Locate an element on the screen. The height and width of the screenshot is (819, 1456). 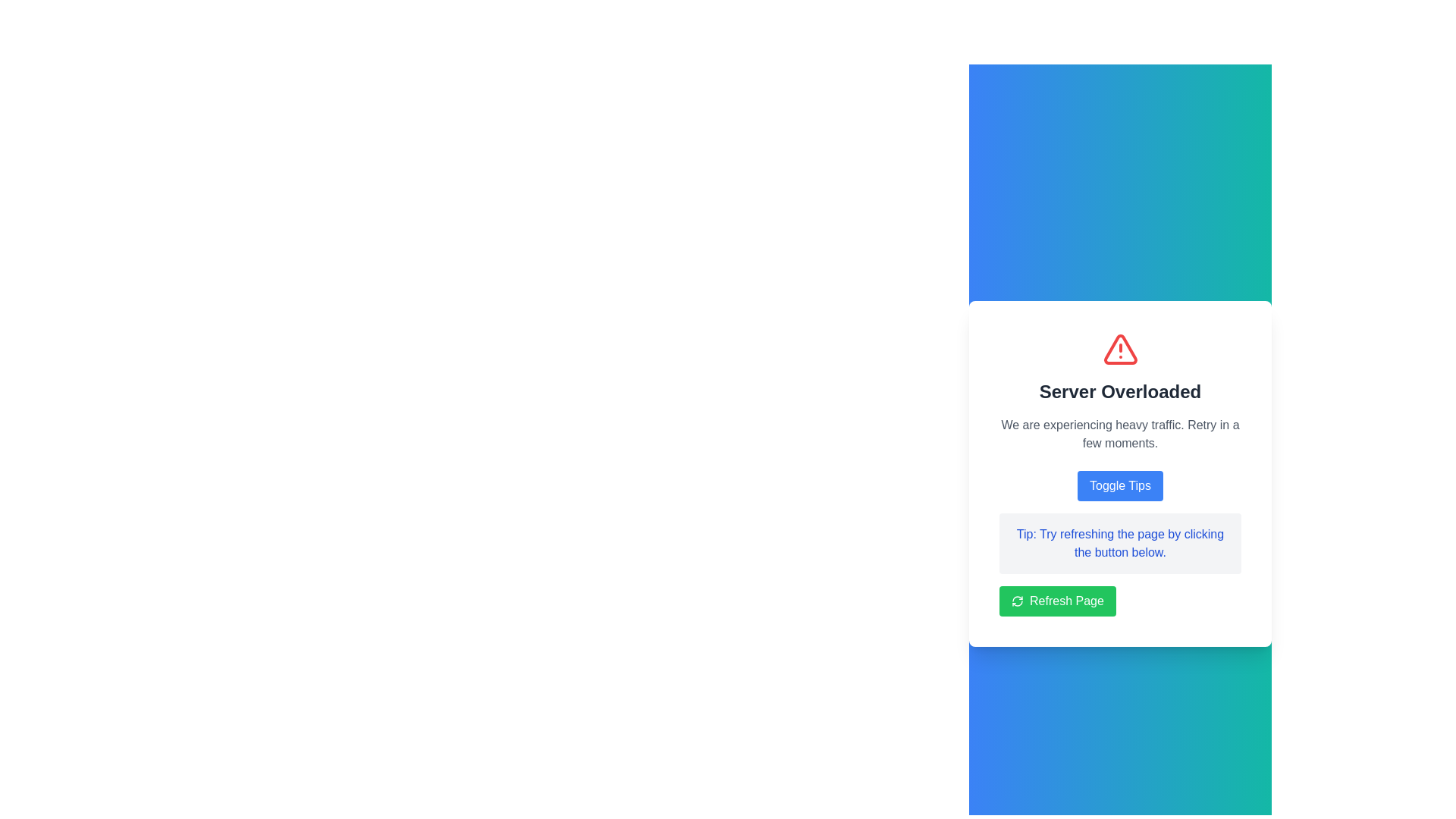
the refresh icon, which is styled with a circular arrow design and is part of the 'Refresh Page' button located at the bottom center of the card interface is located at coordinates (1018, 601).